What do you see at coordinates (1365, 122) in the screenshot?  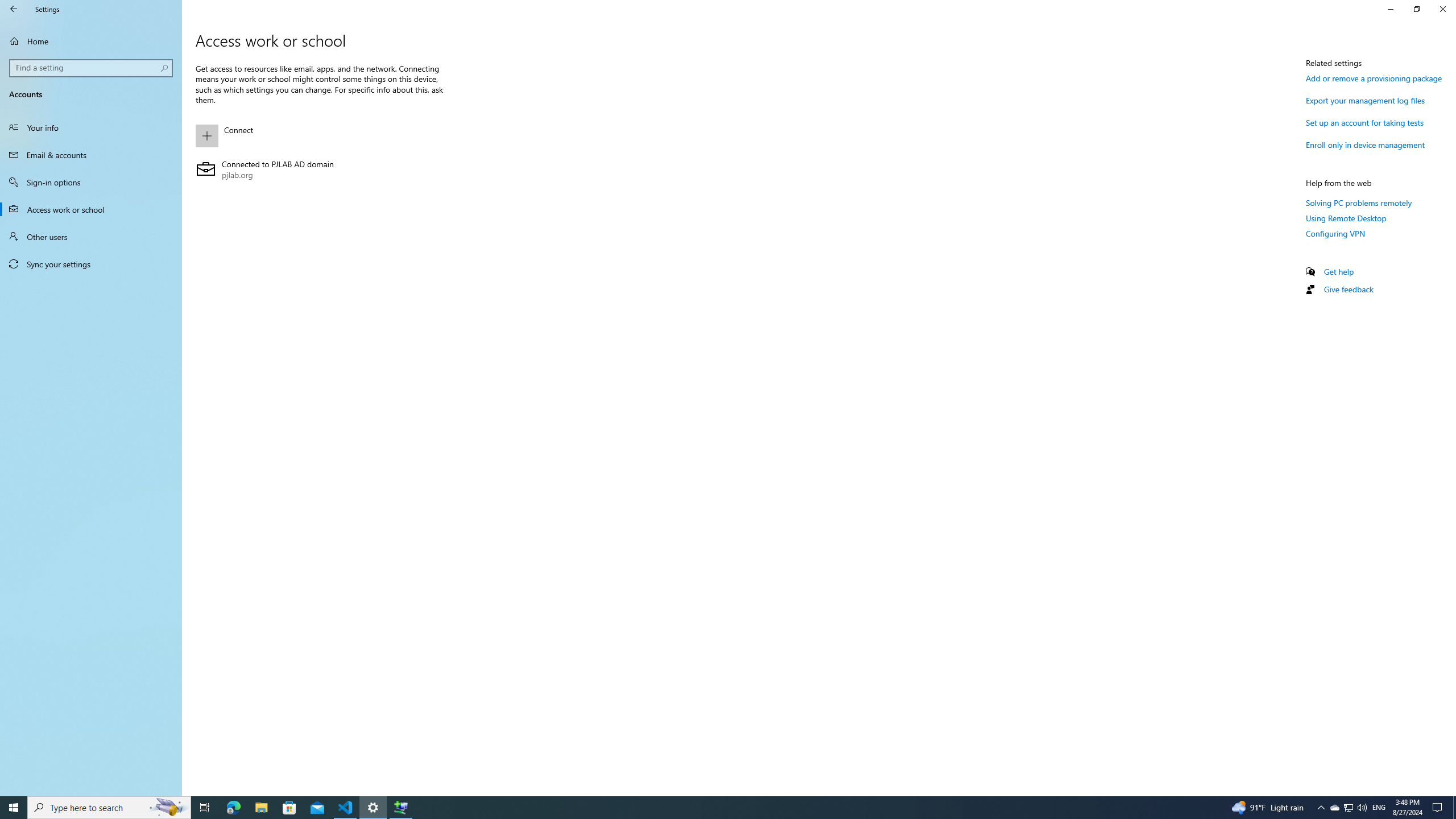 I see `'Set up an account for taking tests'` at bounding box center [1365, 122].